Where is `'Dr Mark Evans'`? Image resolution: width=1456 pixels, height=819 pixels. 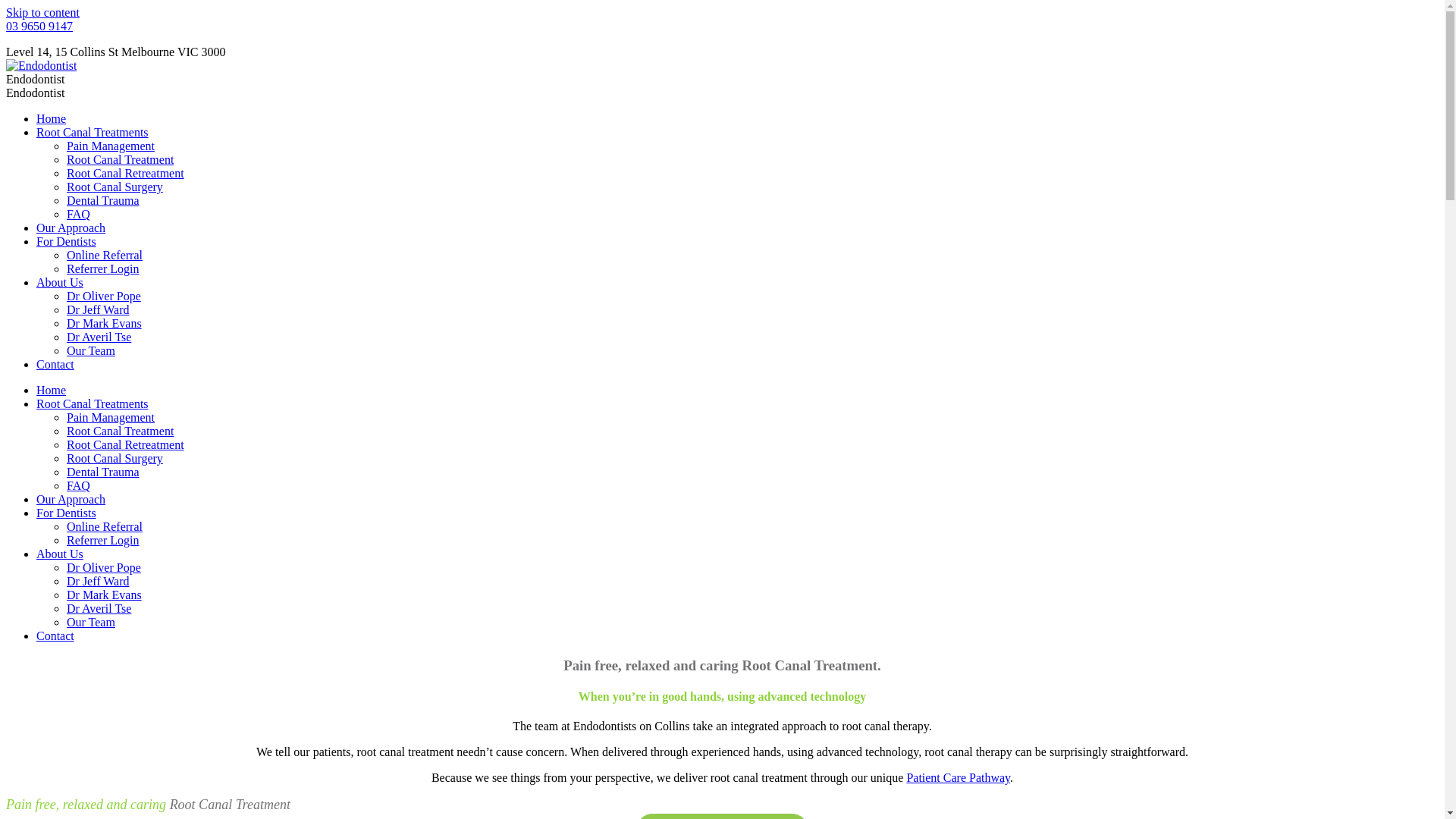 'Dr Mark Evans' is located at coordinates (103, 322).